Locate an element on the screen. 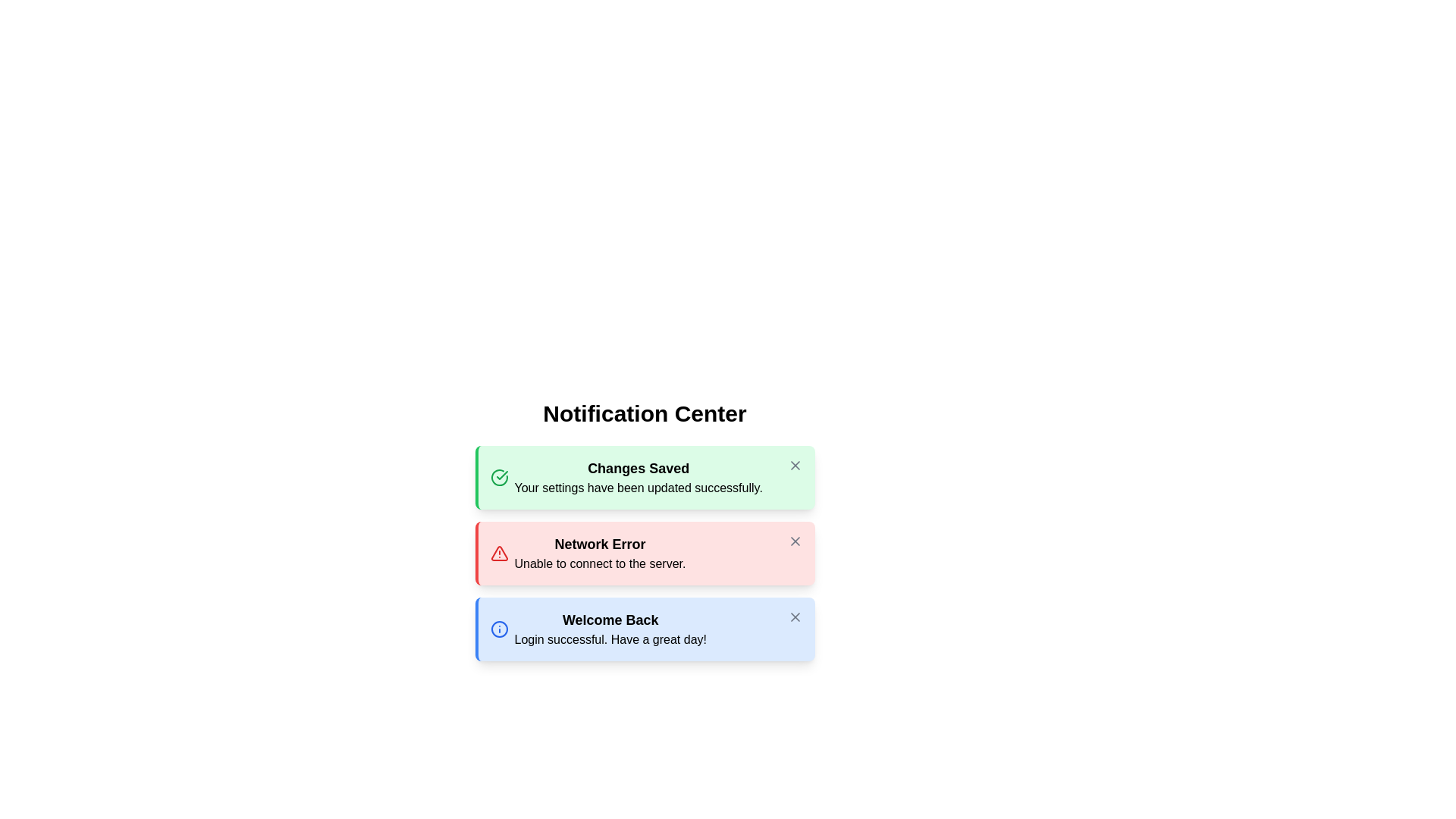 The width and height of the screenshot is (1456, 819). the Informational Notification that states 'Welcome Back' and 'Login successful. Have a great day!' with a blue circular icon is located at coordinates (598, 629).